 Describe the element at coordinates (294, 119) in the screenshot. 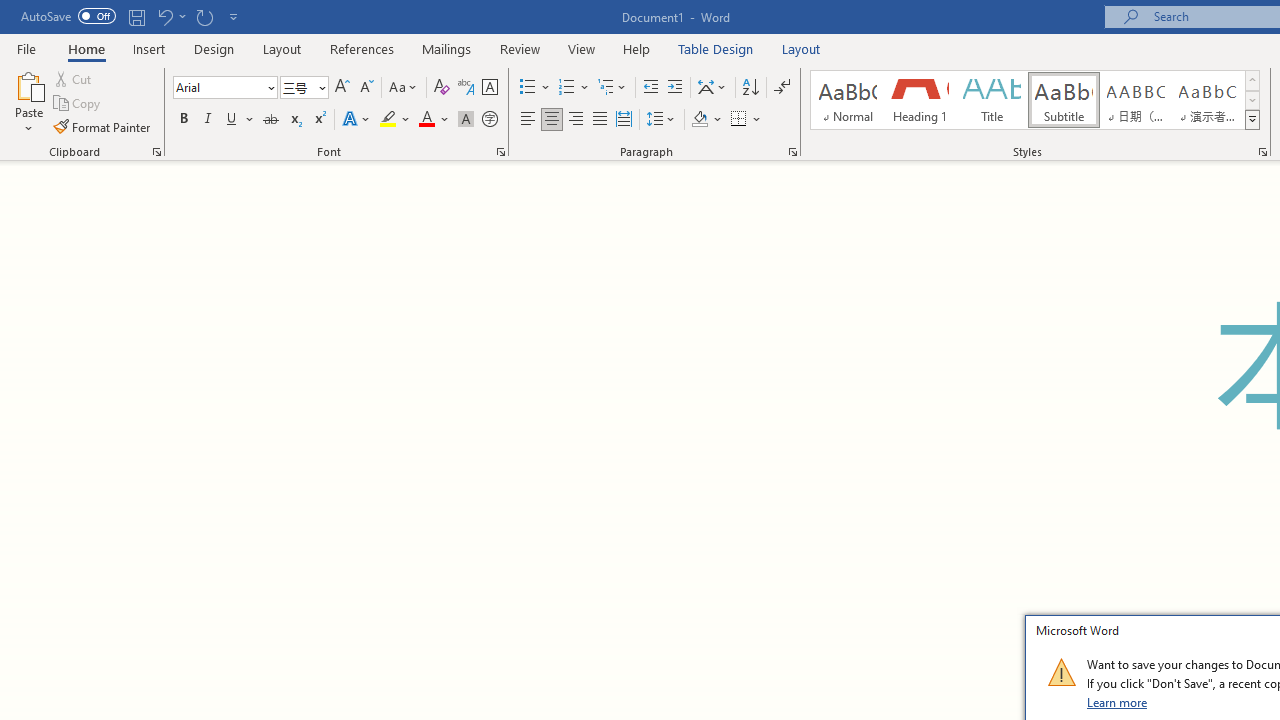

I see `'Subscript'` at that location.